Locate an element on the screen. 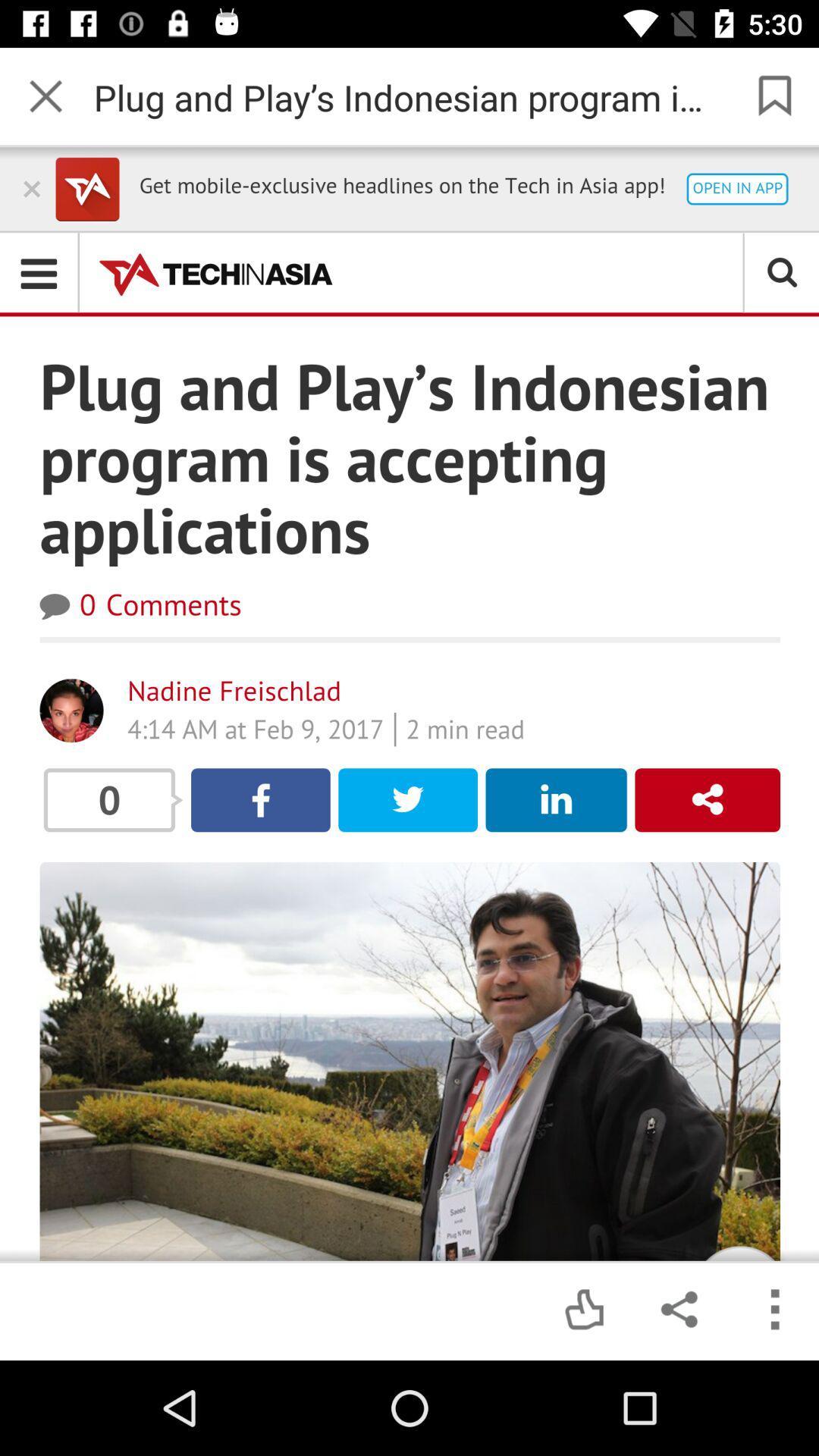 Image resolution: width=819 pixels, height=1456 pixels. the button which is next to the like button is located at coordinates (677, 1310).